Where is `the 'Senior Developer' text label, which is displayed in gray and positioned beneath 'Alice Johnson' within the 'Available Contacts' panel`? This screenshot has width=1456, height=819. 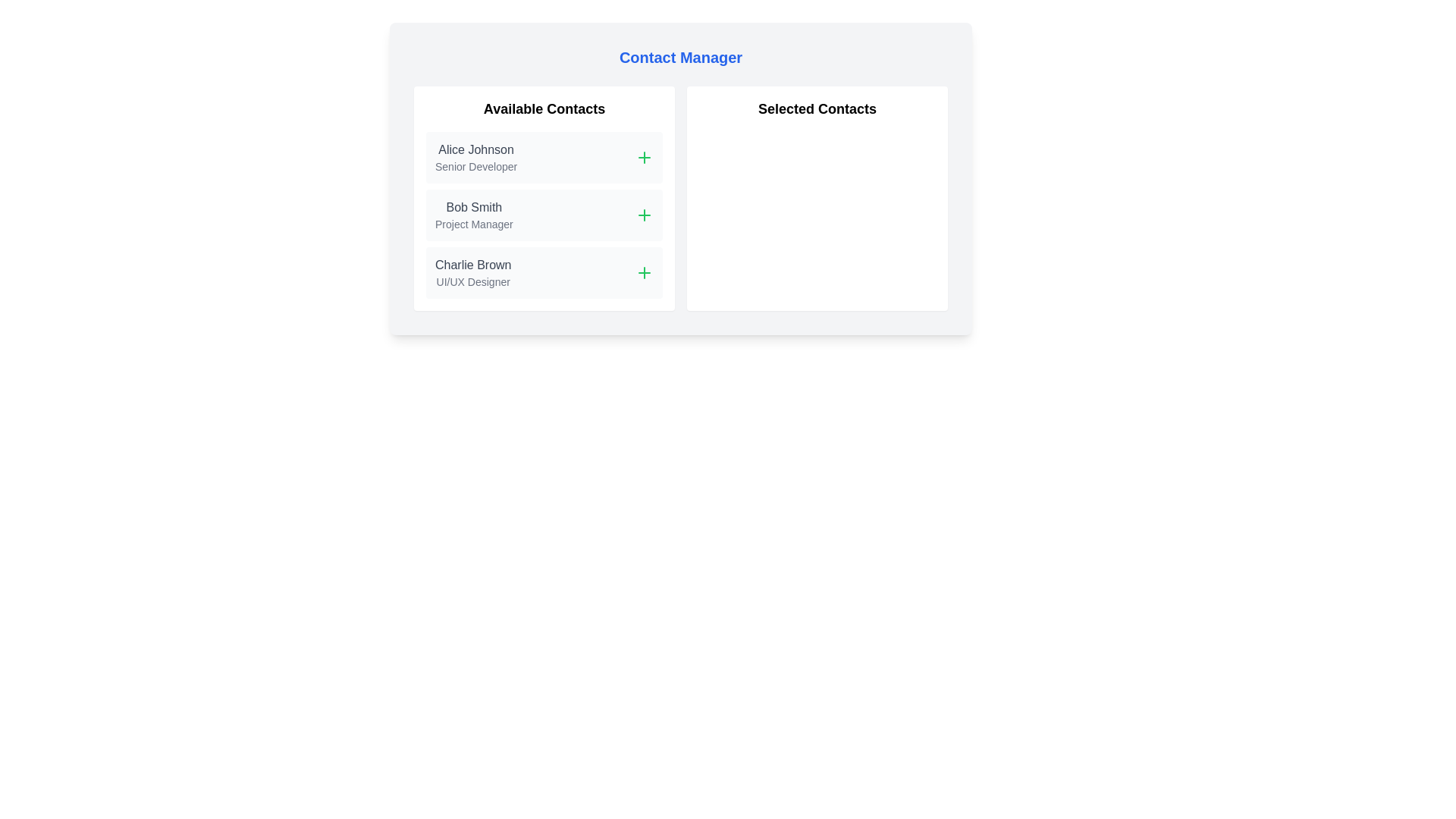 the 'Senior Developer' text label, which is displayed in gray and positioned beneath 'Alice Johnson' within the 'Available Contacts' panel is located at coordinates (475, 166).